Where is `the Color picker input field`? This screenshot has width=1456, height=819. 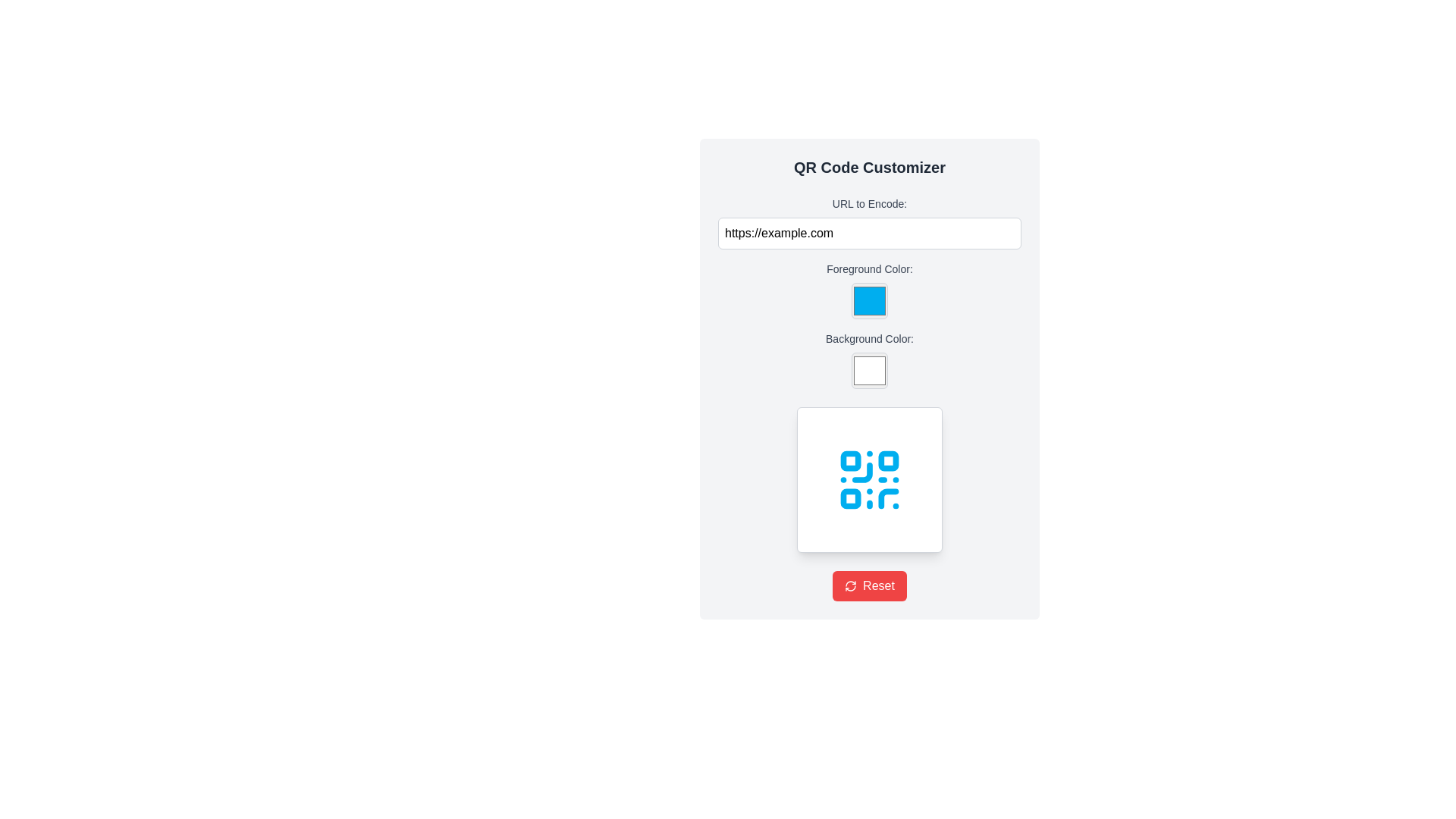 the Color picker input field is located at coordinates (870, 290).